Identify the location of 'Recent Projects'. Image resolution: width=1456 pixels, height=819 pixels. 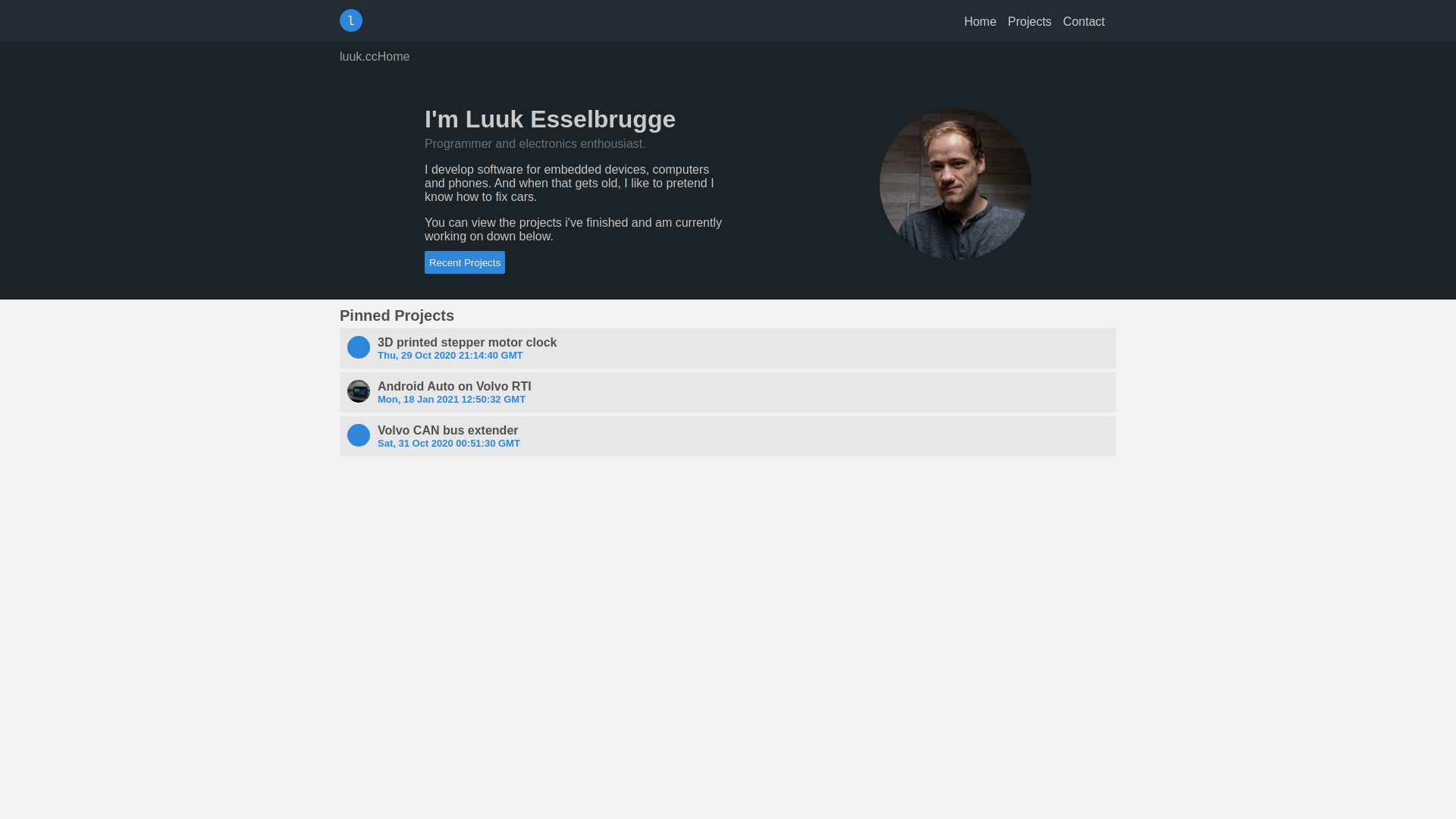
(464, 262).